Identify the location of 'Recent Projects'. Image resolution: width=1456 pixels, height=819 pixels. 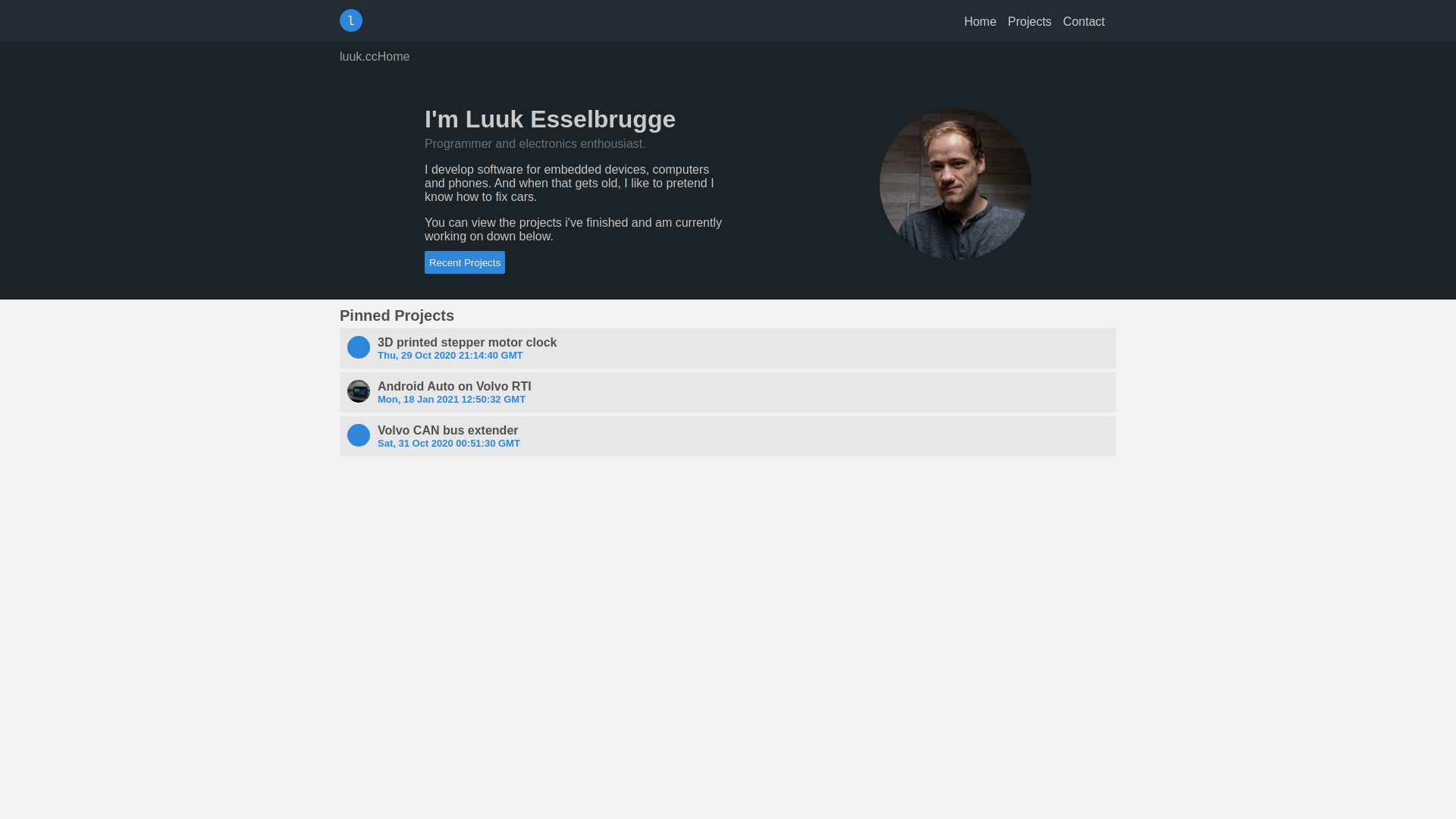
(464, 262).